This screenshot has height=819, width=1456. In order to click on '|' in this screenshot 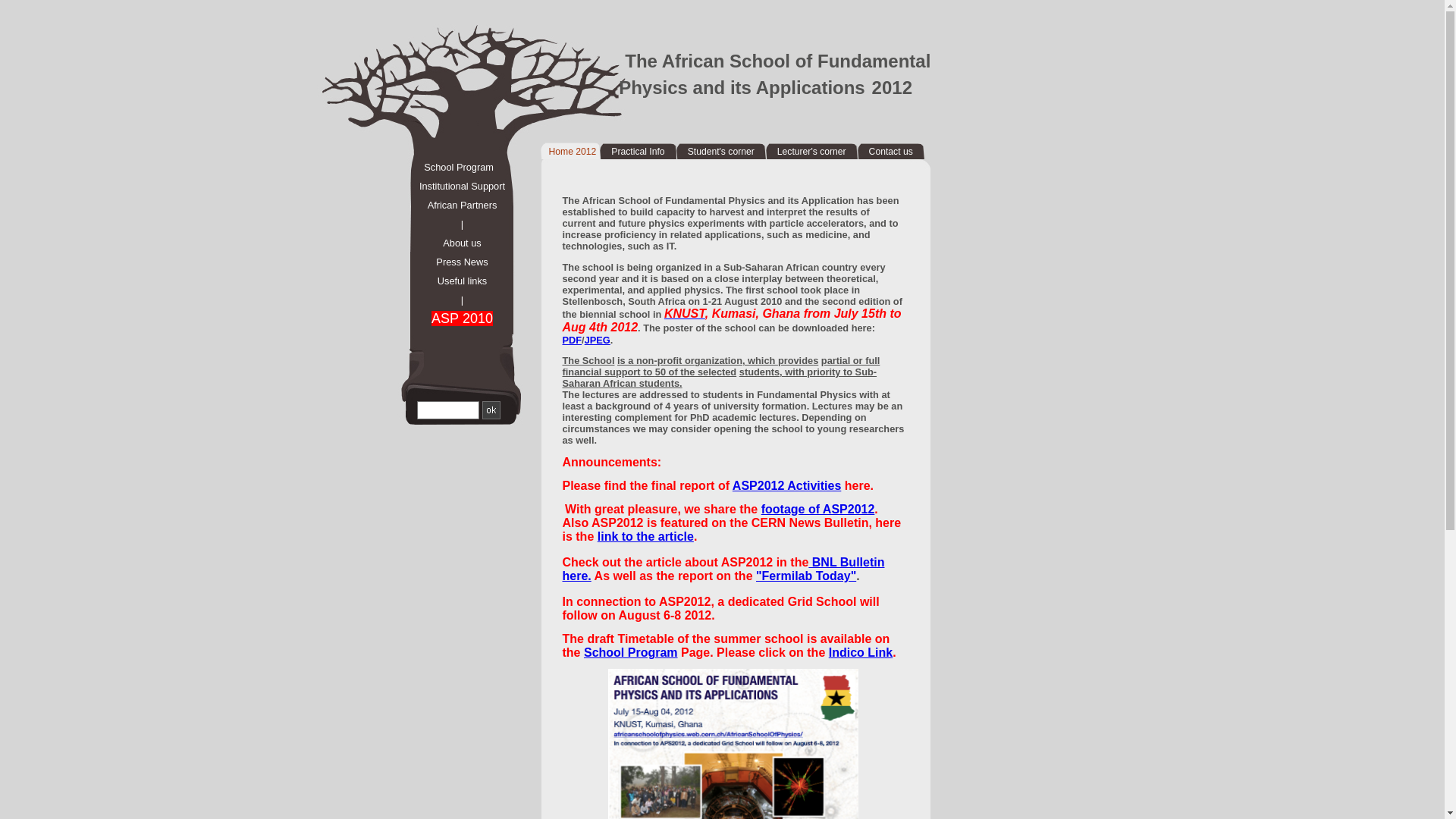, I will do `click(453, 224)`.